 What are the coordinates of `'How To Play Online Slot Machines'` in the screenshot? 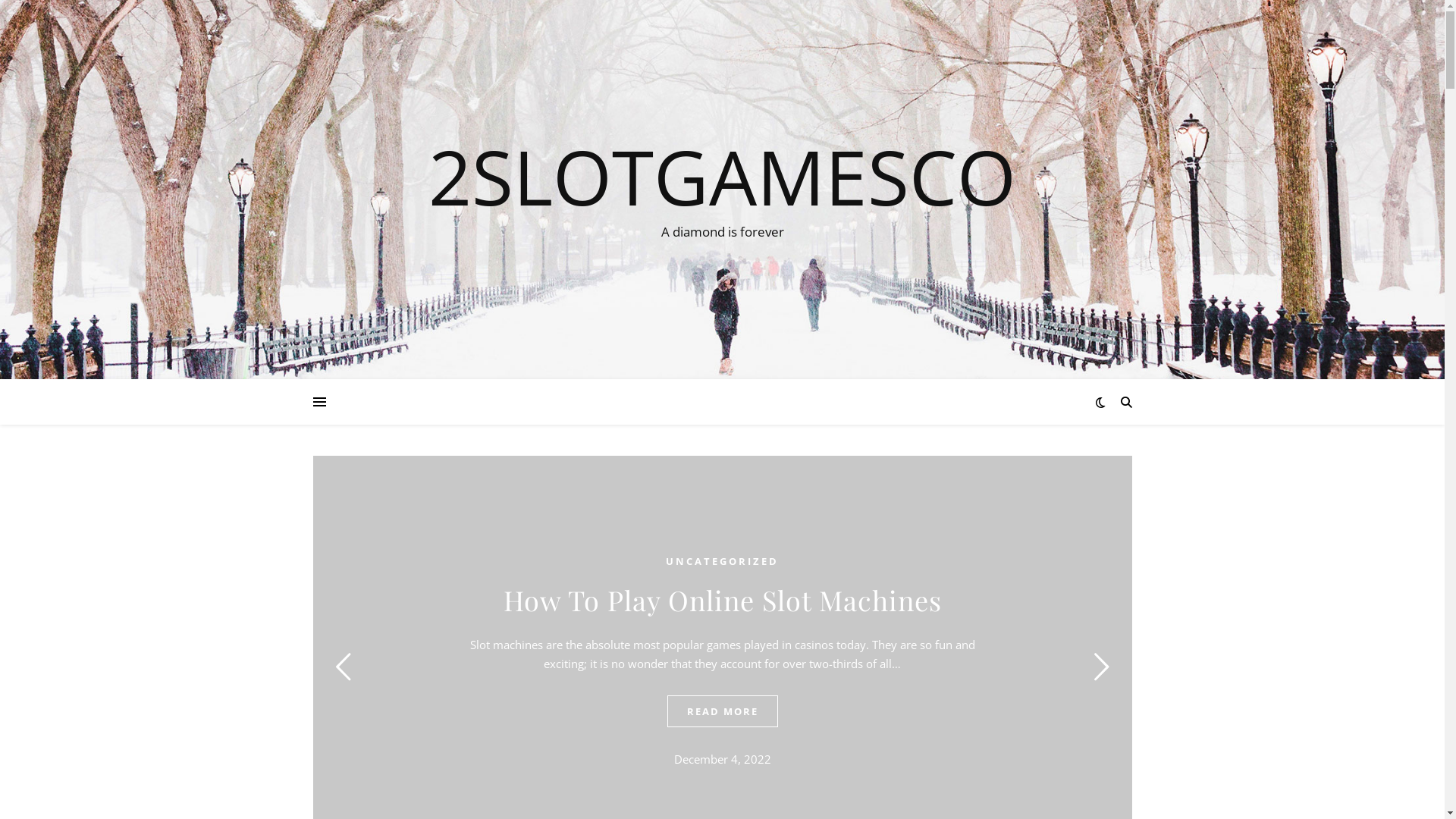 It's located at (722, 598).